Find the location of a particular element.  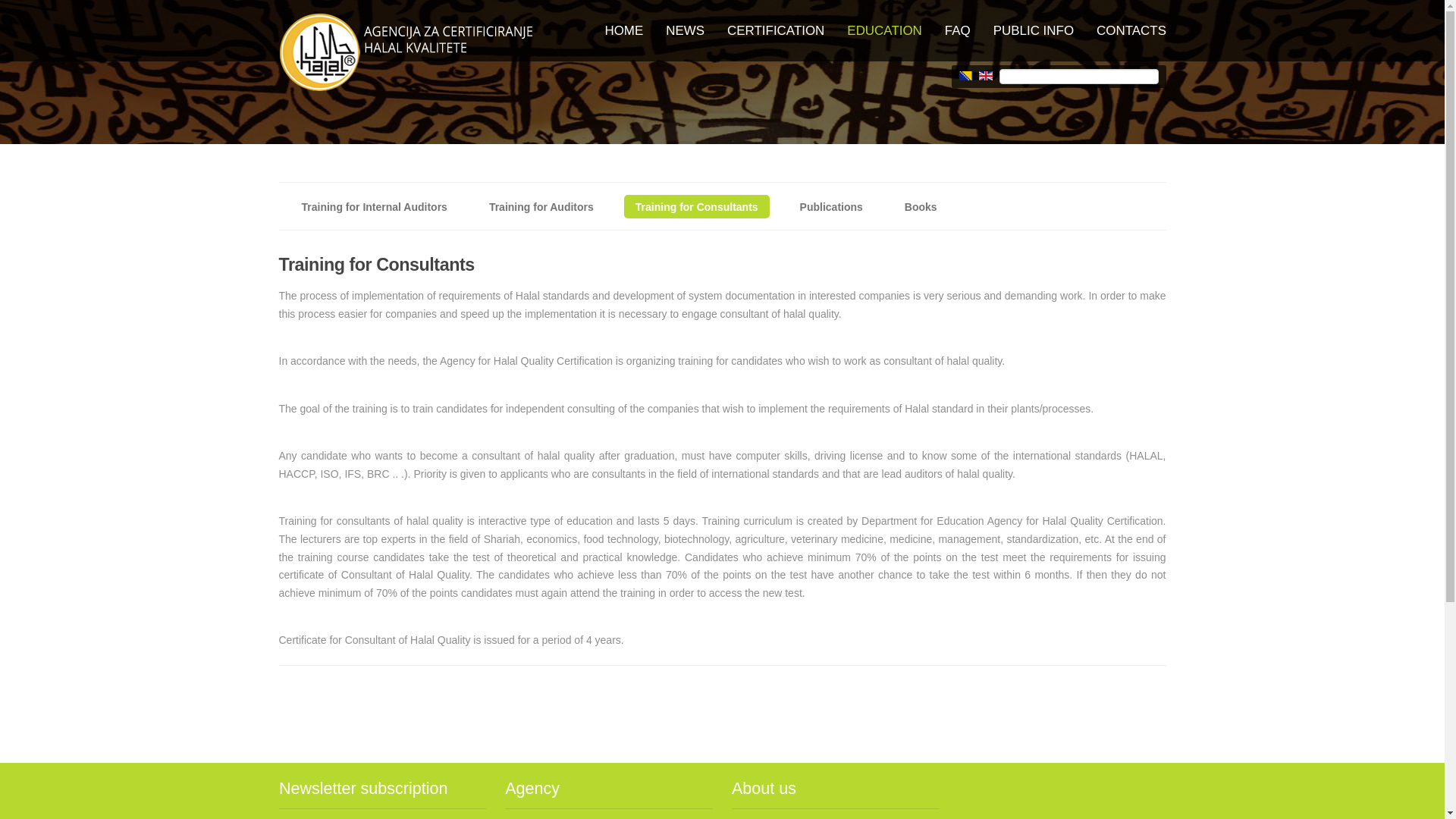

'Bosanski (BA)' is located at coordinates (965, 76).